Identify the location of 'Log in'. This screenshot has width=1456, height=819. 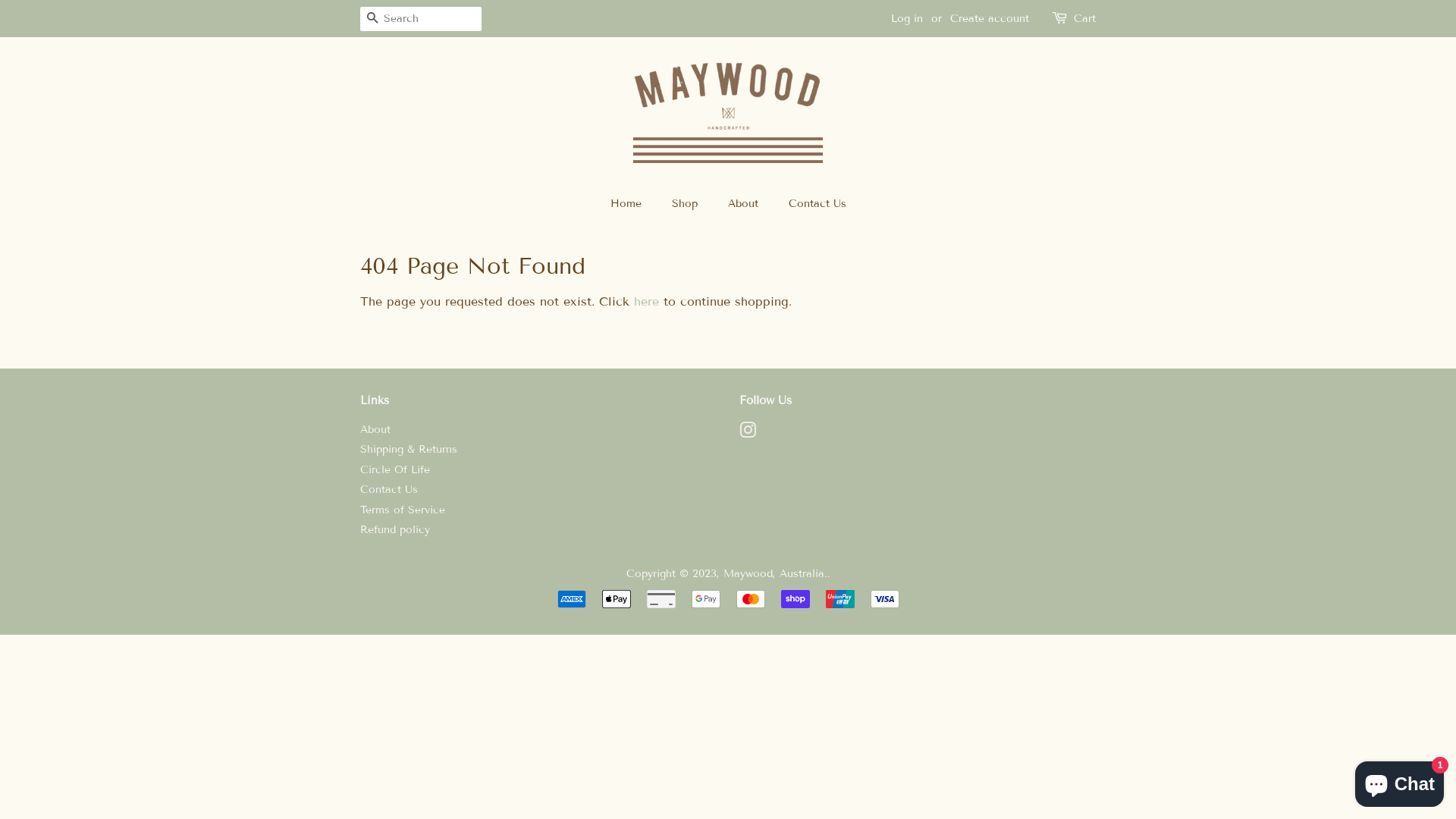
(906, 18).